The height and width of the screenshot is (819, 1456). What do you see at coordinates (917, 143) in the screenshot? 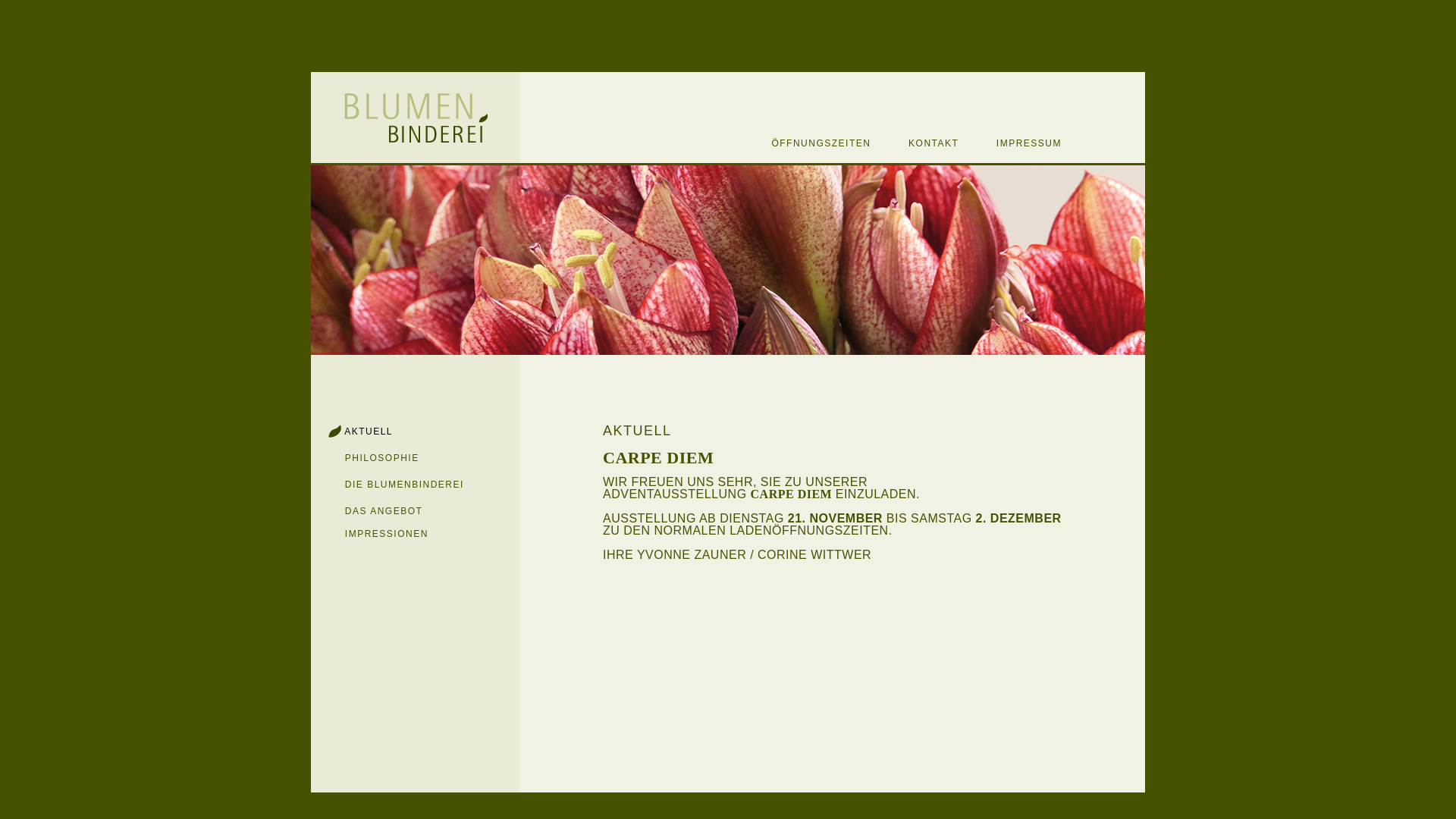
I see `' KONTAKT'` at bounding box center [917, 143].